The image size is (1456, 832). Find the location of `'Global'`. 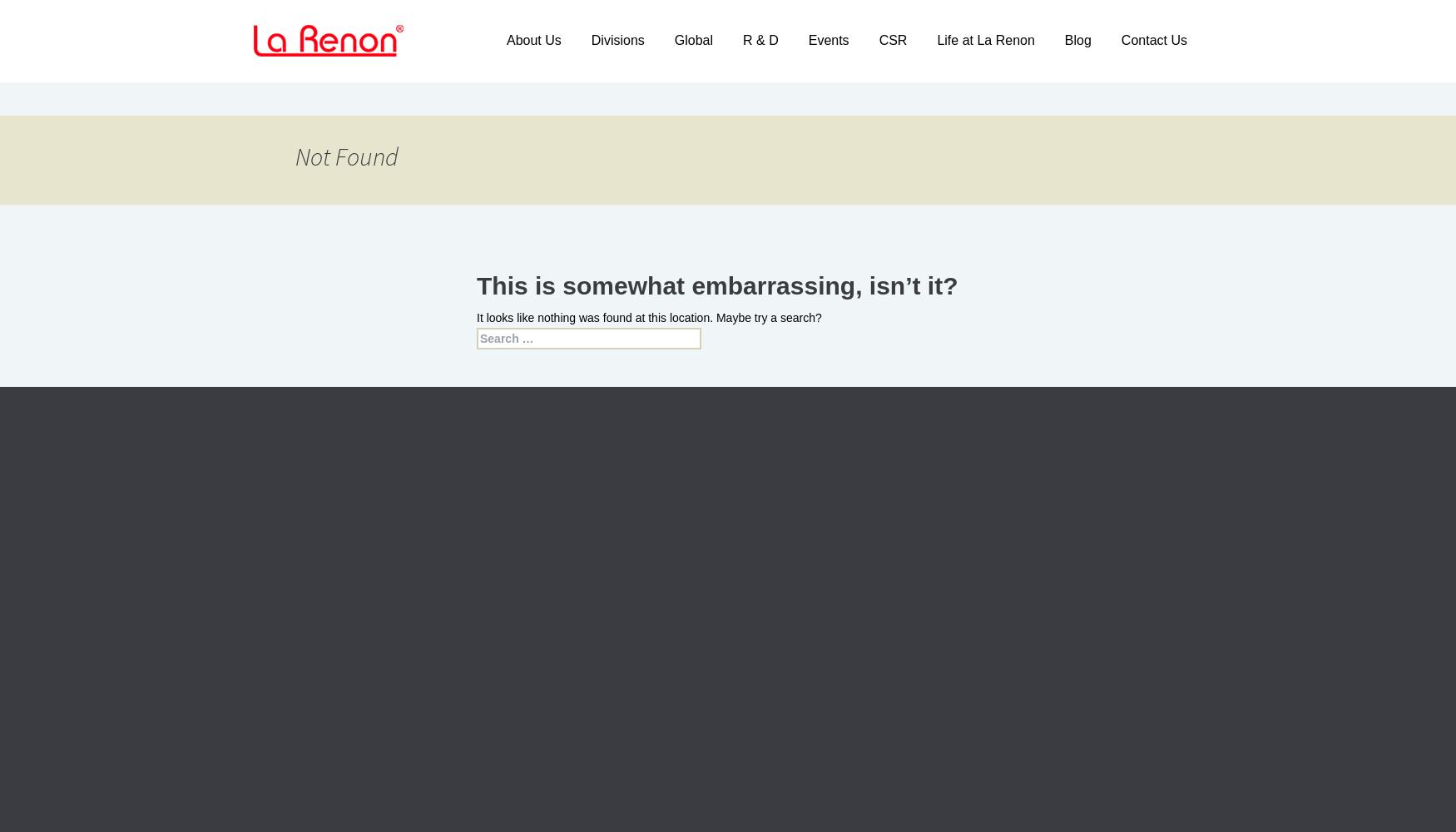

'Global' is located at coordinates (673, 40).